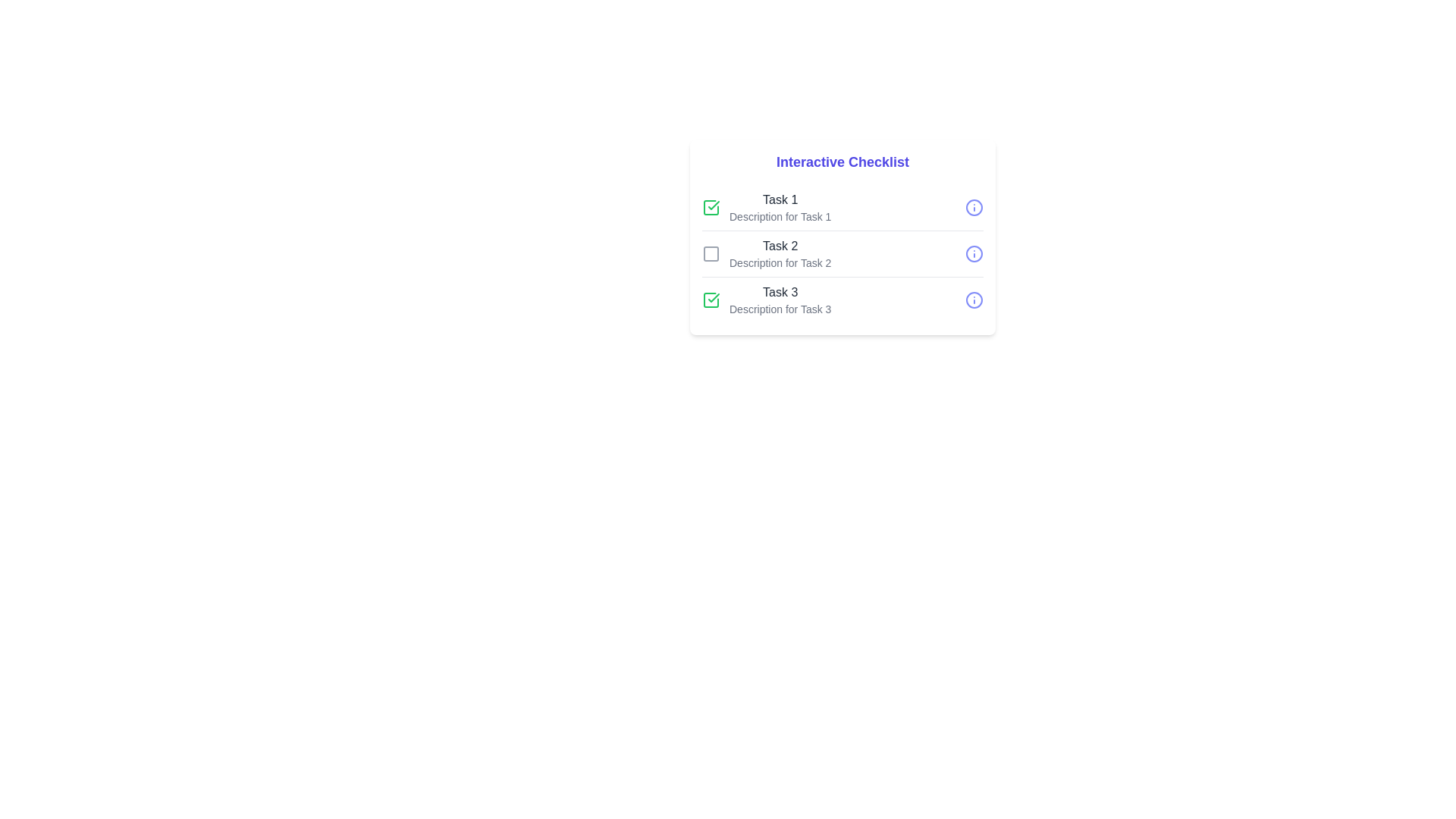 This screenshot has height=819, width=1456. What do you see at coordinates (780, 292) in the screenshot?
I see `the title text of Task 3 to select it` at bounding box center [780, 292].